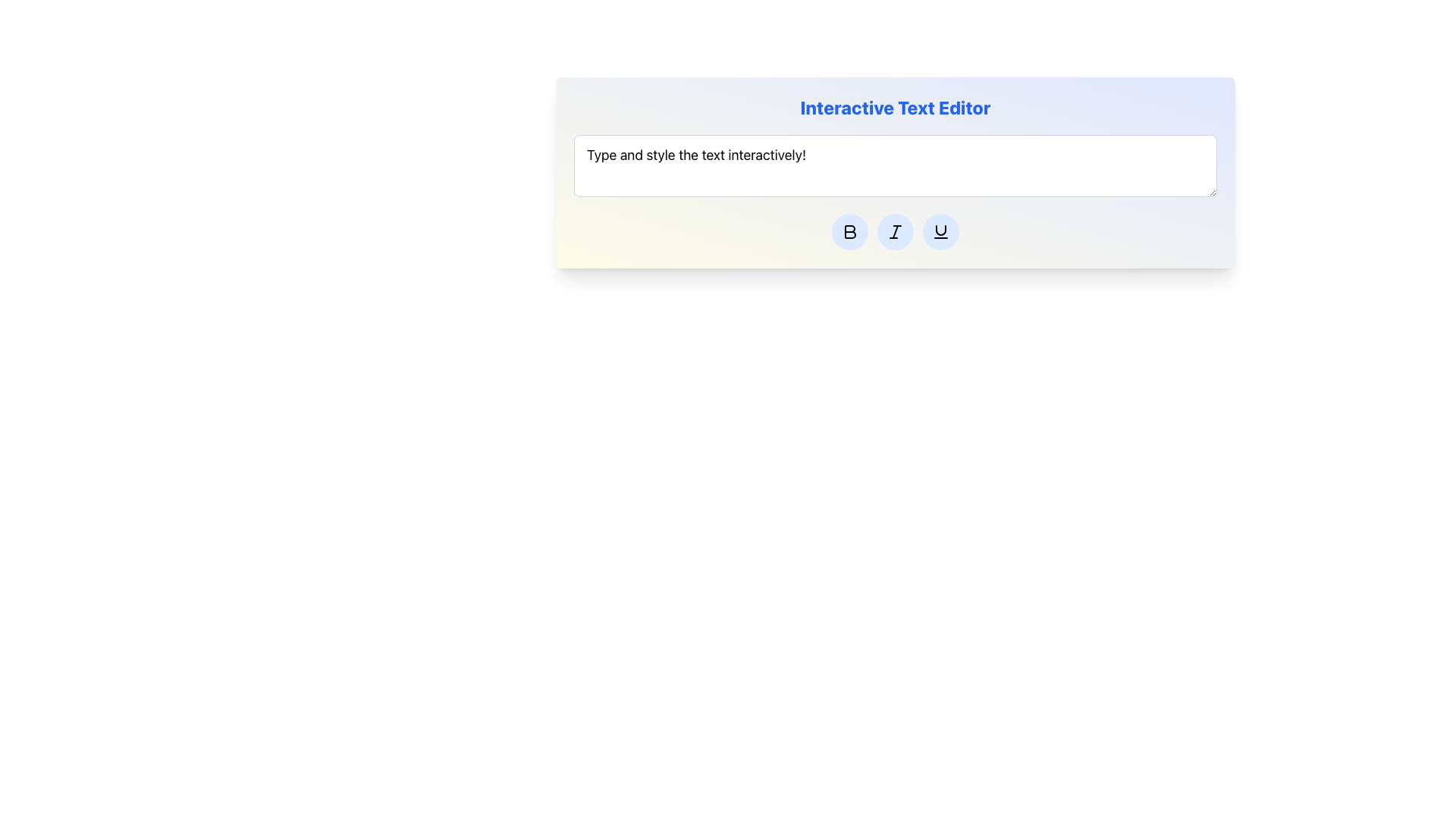  What do you see at coordinates (940, 231) in the screenshot?
I see `the underline icon button located at the far right of the row of three buttons beneath the 'Interactive Text Editor'` at bounding box center [940, 231].